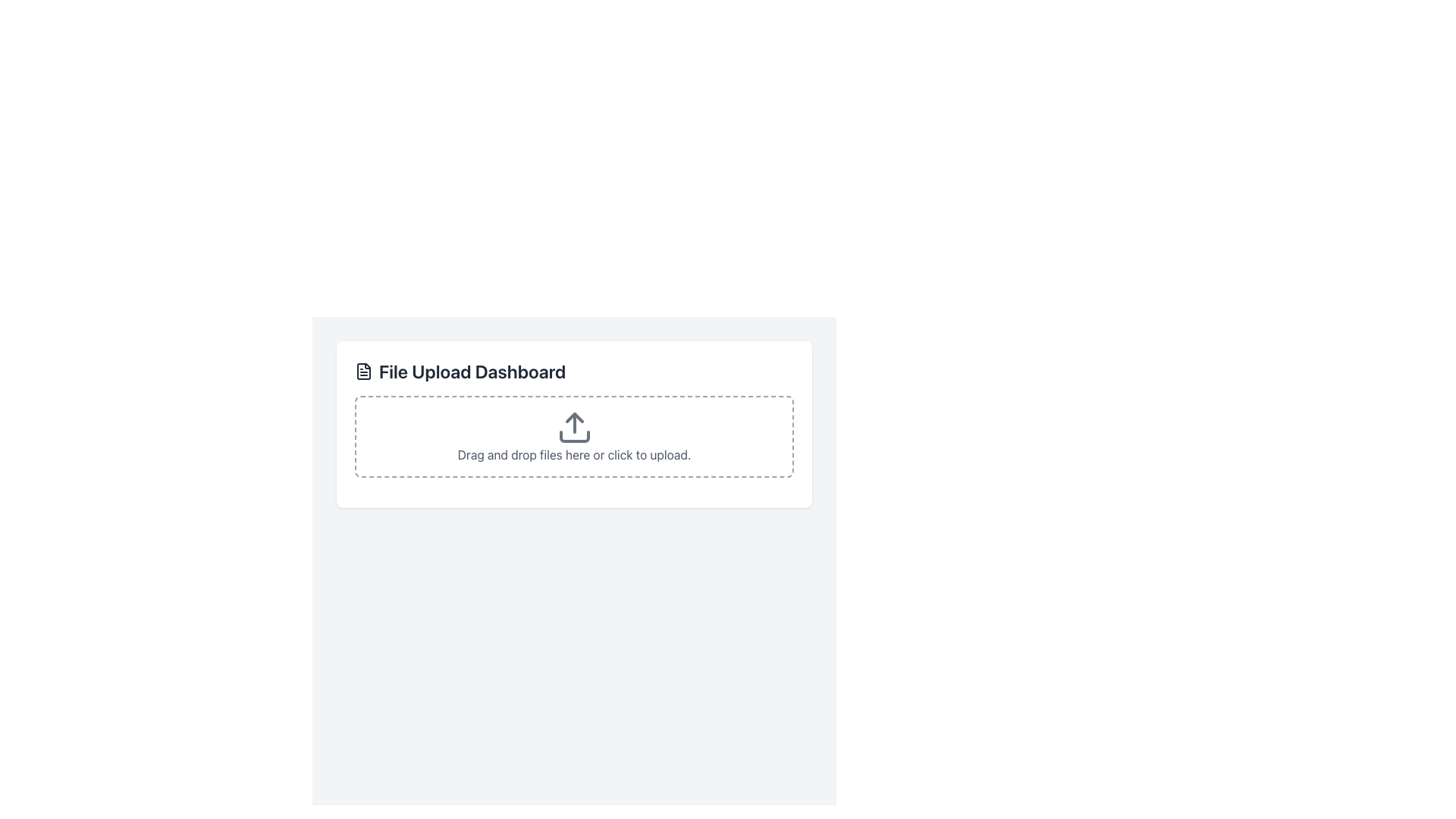  I want to click on and drop files onto the file upload input area located within the 'File Upload Dashboard', so click(573, 436).